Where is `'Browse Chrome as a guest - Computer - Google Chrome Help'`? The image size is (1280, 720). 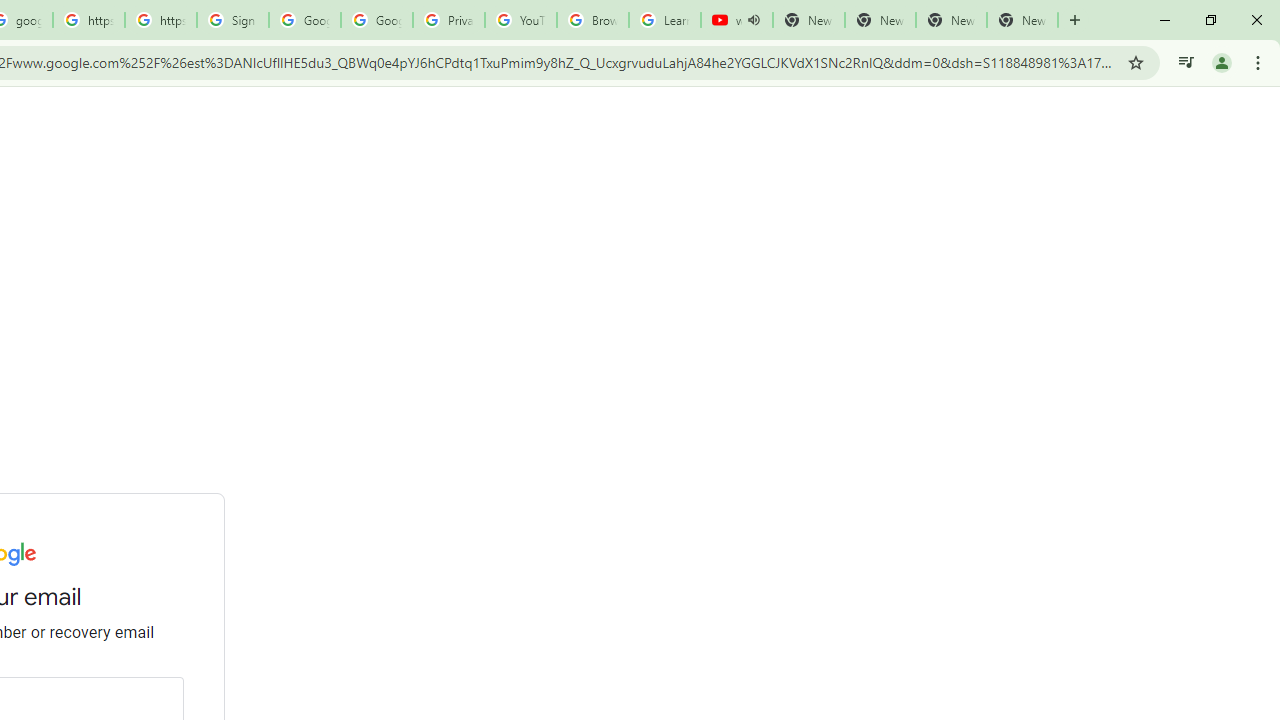
'Browse Chrome as a guest - Computer - Google Chrome Help' is located at coordinates (591, 20).